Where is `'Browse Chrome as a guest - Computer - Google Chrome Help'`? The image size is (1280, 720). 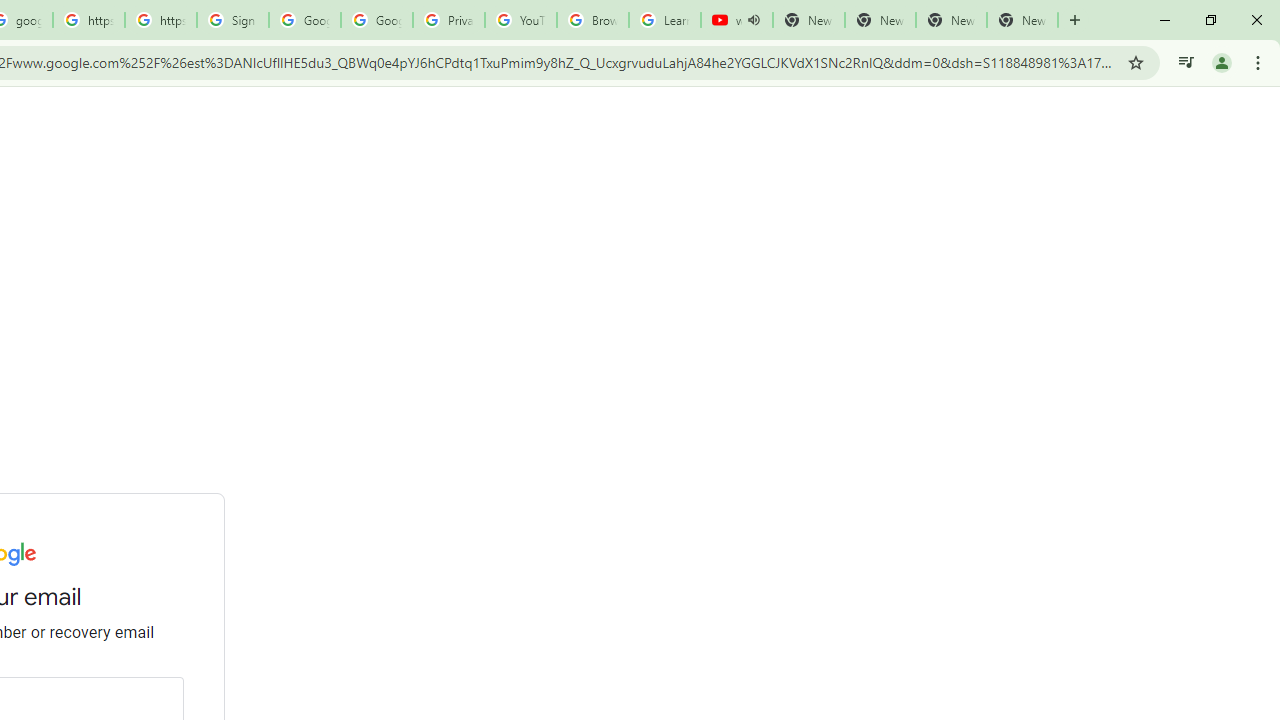
'Browse Chrome as a guest - Computer - Google Chrome Help' is located at coordinates (591, 20).